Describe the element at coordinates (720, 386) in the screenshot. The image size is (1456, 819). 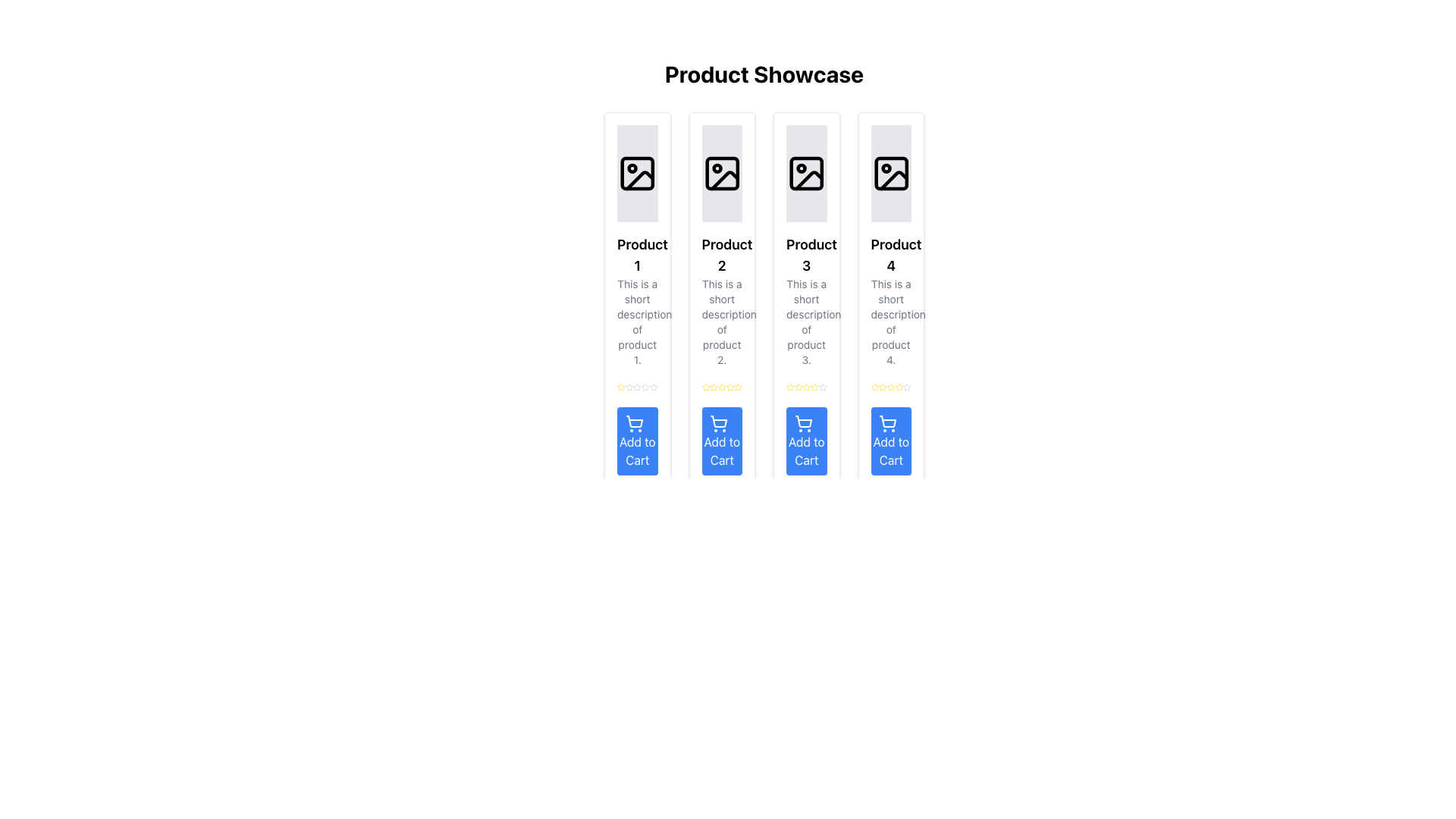
I see `the fourth star icon in the rating system under 'Product 2' in the 'Product Showcase' section to rate the product` at that location.